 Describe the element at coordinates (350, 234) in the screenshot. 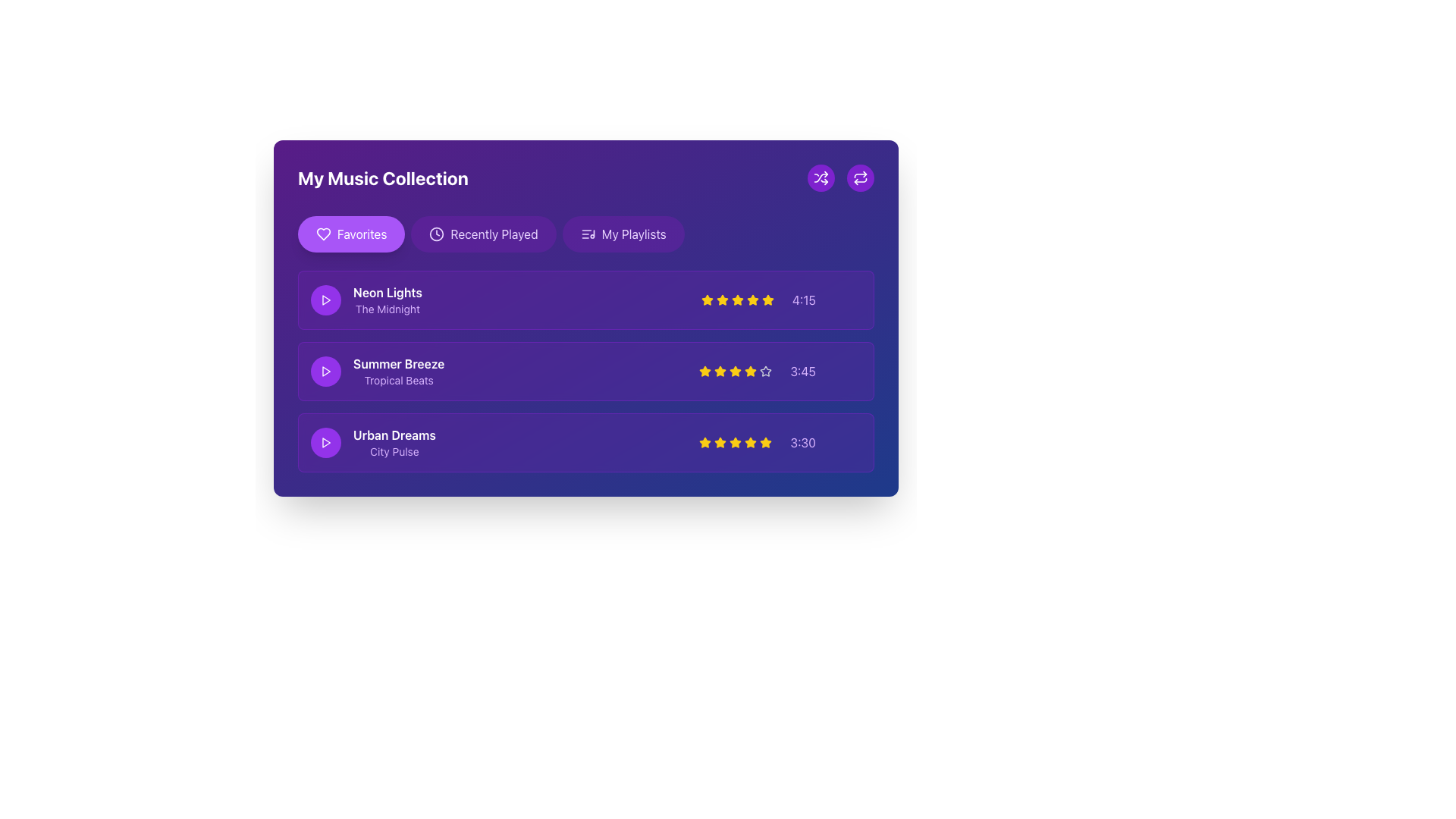

I see `the rounded purple button with a white heart icon and 'Favorites' text` at that location.